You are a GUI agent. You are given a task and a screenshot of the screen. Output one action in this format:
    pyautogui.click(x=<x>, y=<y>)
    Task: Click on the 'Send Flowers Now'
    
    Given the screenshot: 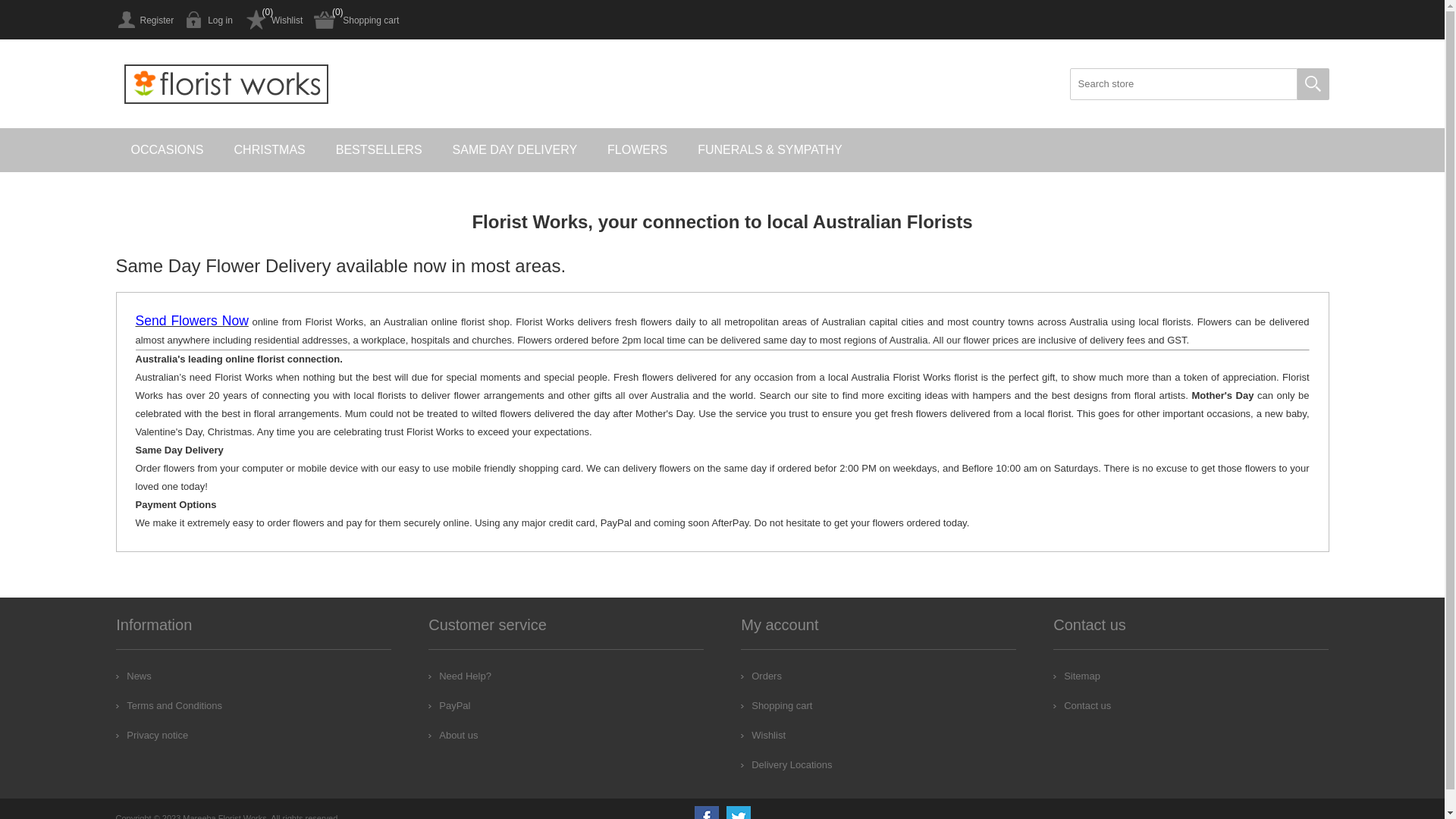 What is the action you would take?
    pyautogui.click(x=190, y=321)
    